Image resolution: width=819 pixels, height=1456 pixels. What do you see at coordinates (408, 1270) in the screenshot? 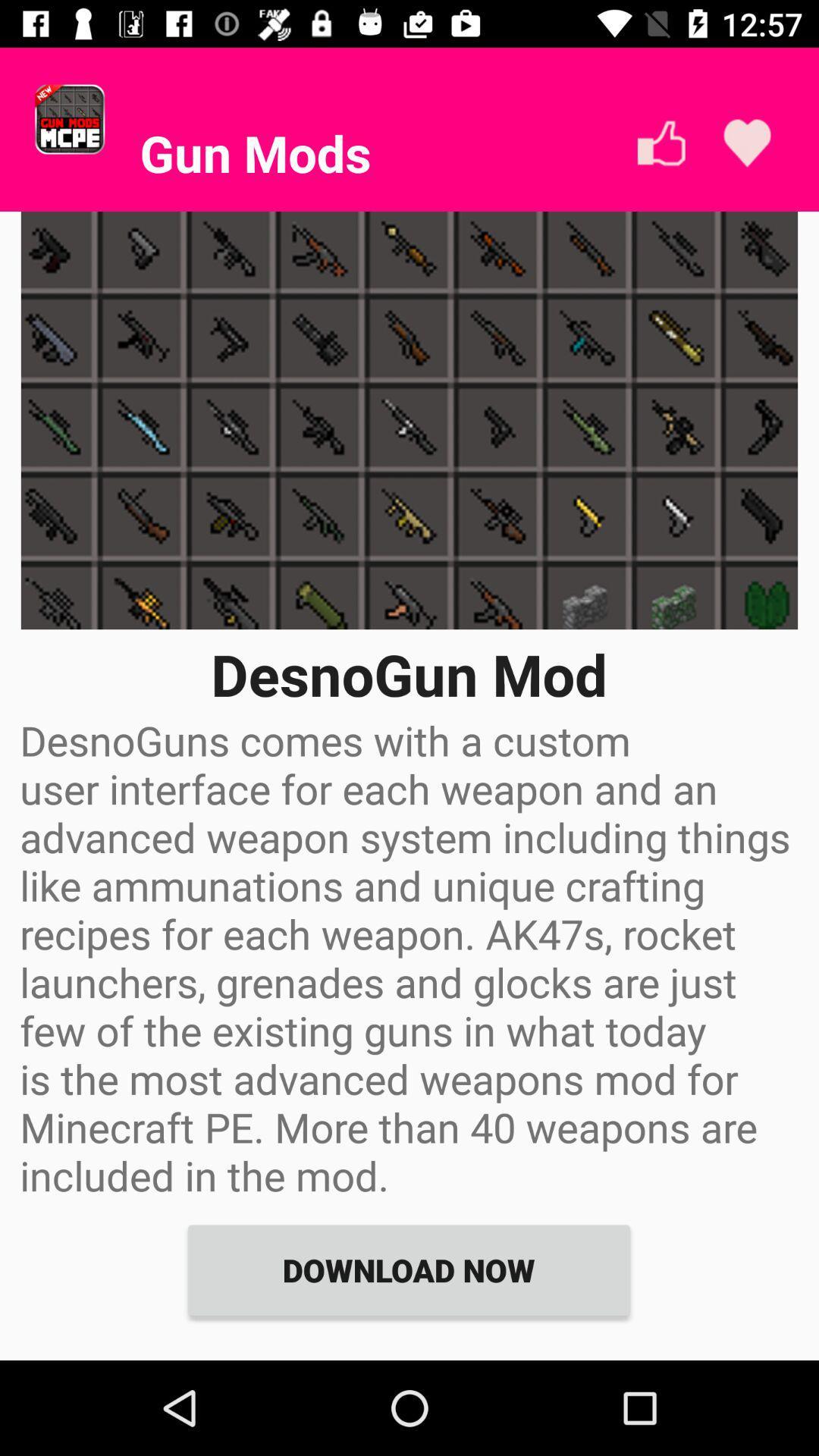
I see `the download now icon` at bounding box center [408, 1270].